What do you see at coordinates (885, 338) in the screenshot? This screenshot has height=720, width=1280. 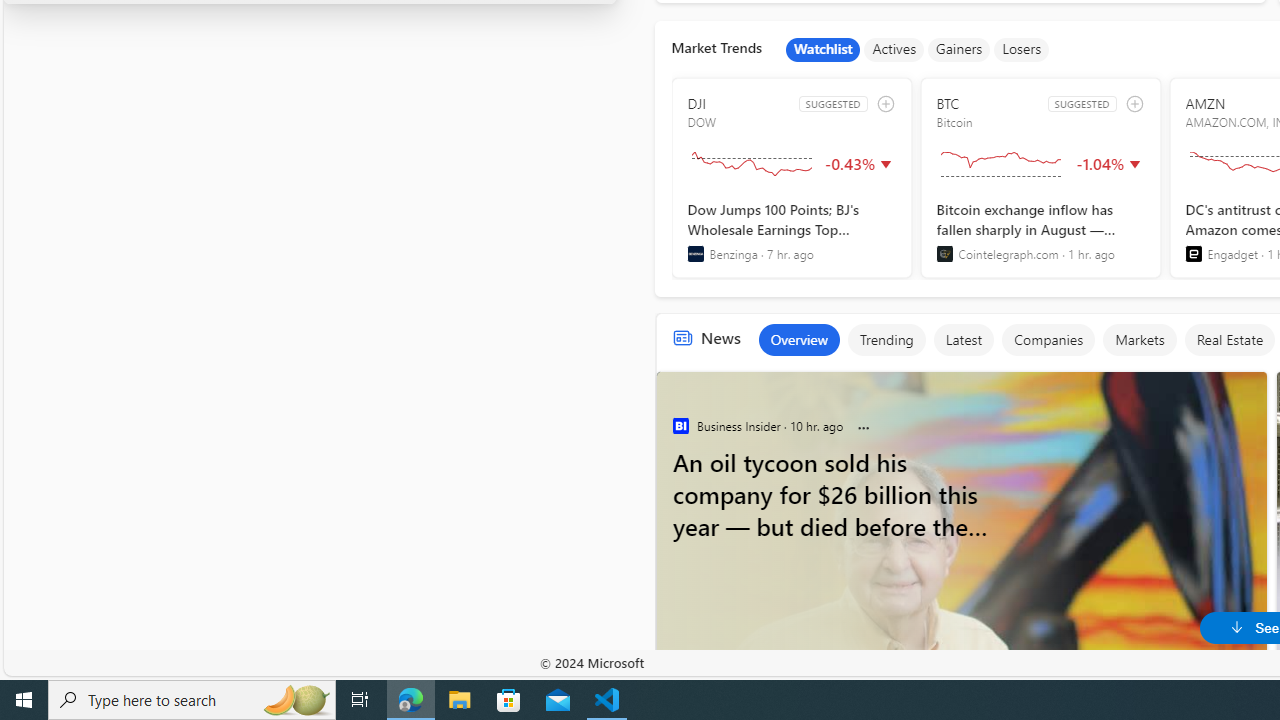 I see `'Trending'` at bounding box center [885, 338].